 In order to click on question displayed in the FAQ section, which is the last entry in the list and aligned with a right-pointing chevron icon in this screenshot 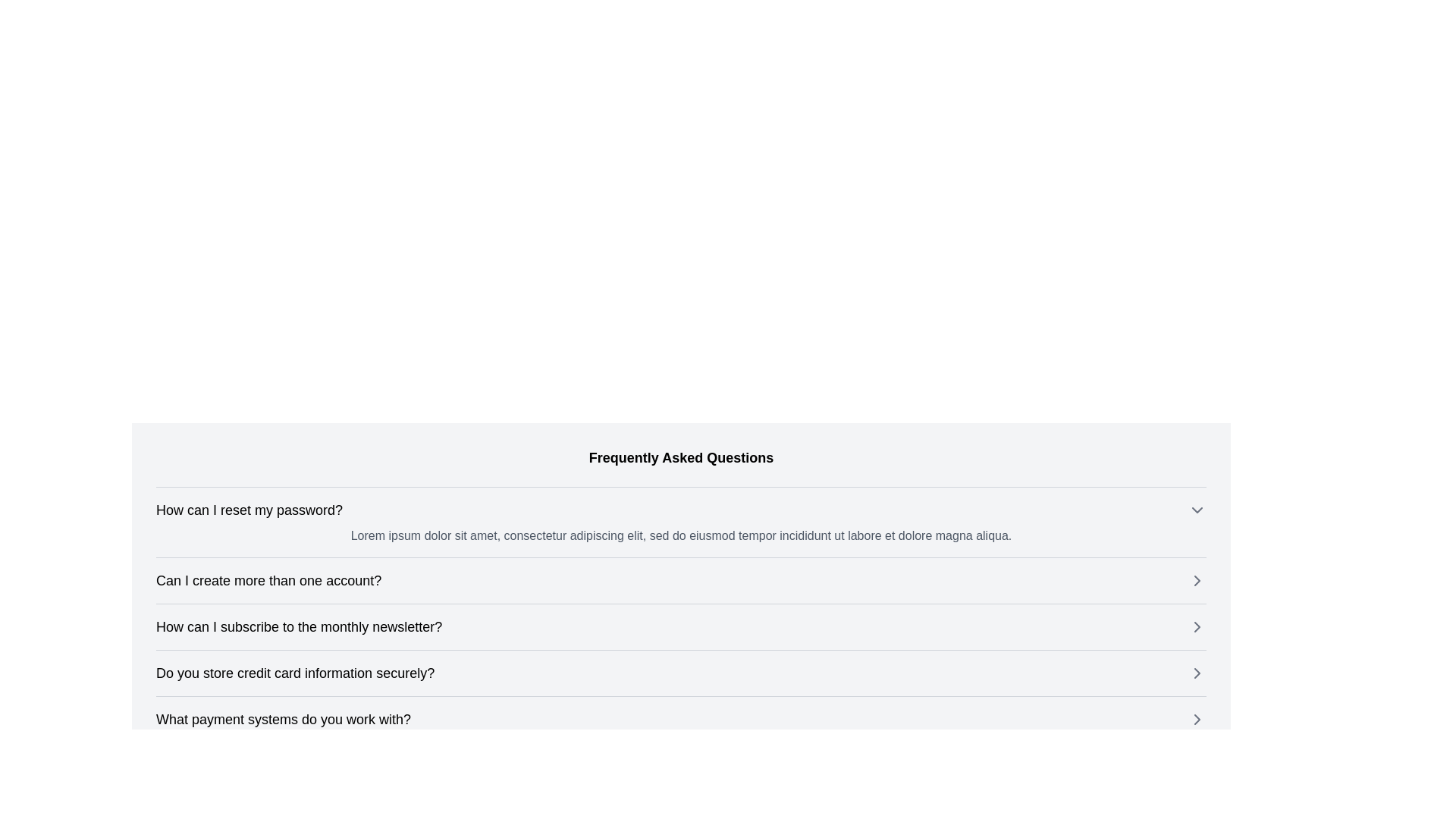, I will do `click(284, 718)`.